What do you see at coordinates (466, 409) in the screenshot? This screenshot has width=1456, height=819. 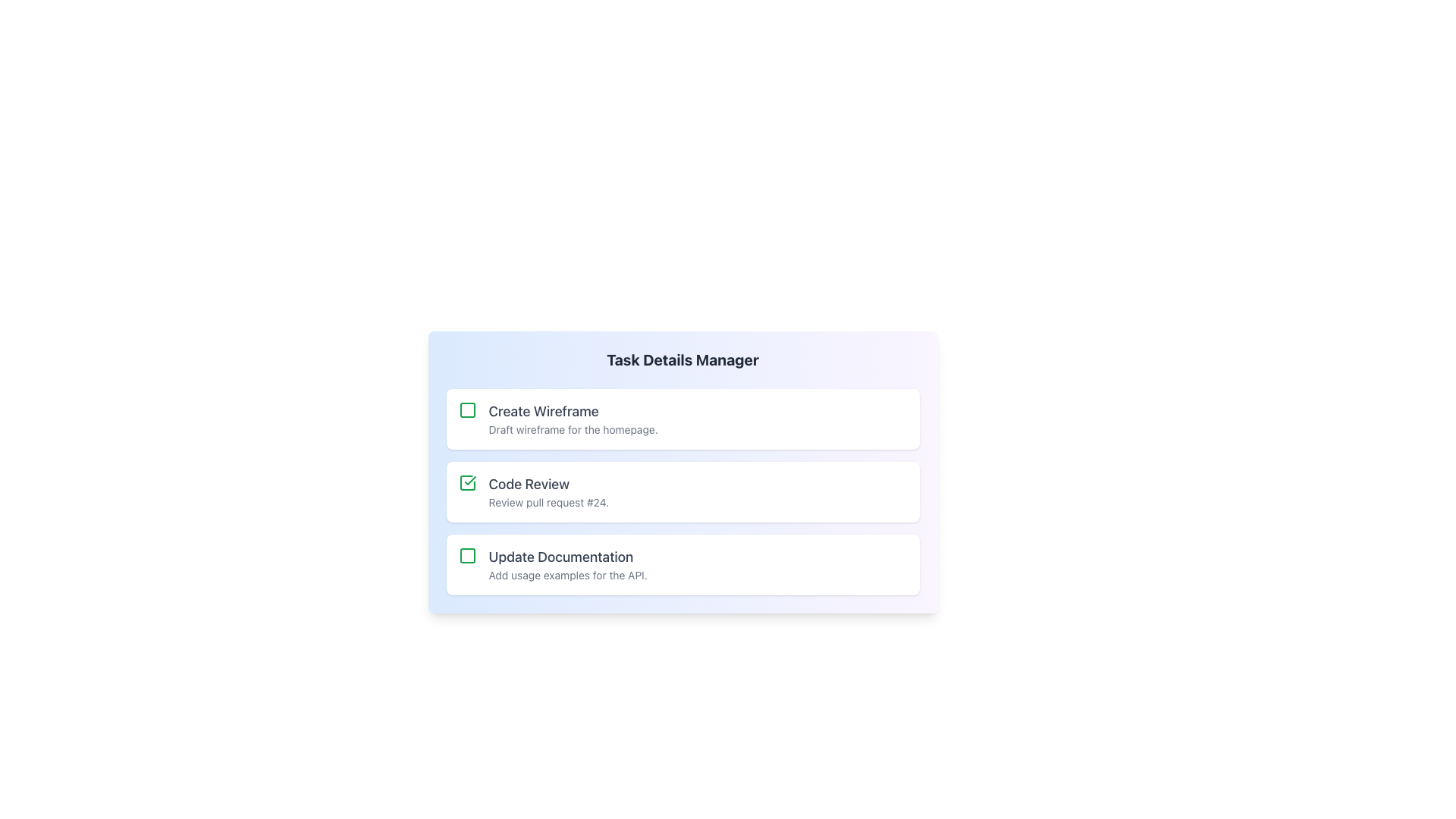 I see `the graphical icon or status indicator located in the top-left corner of the 'Create Wireframe' list item for information` at bounding box center [466, 409].